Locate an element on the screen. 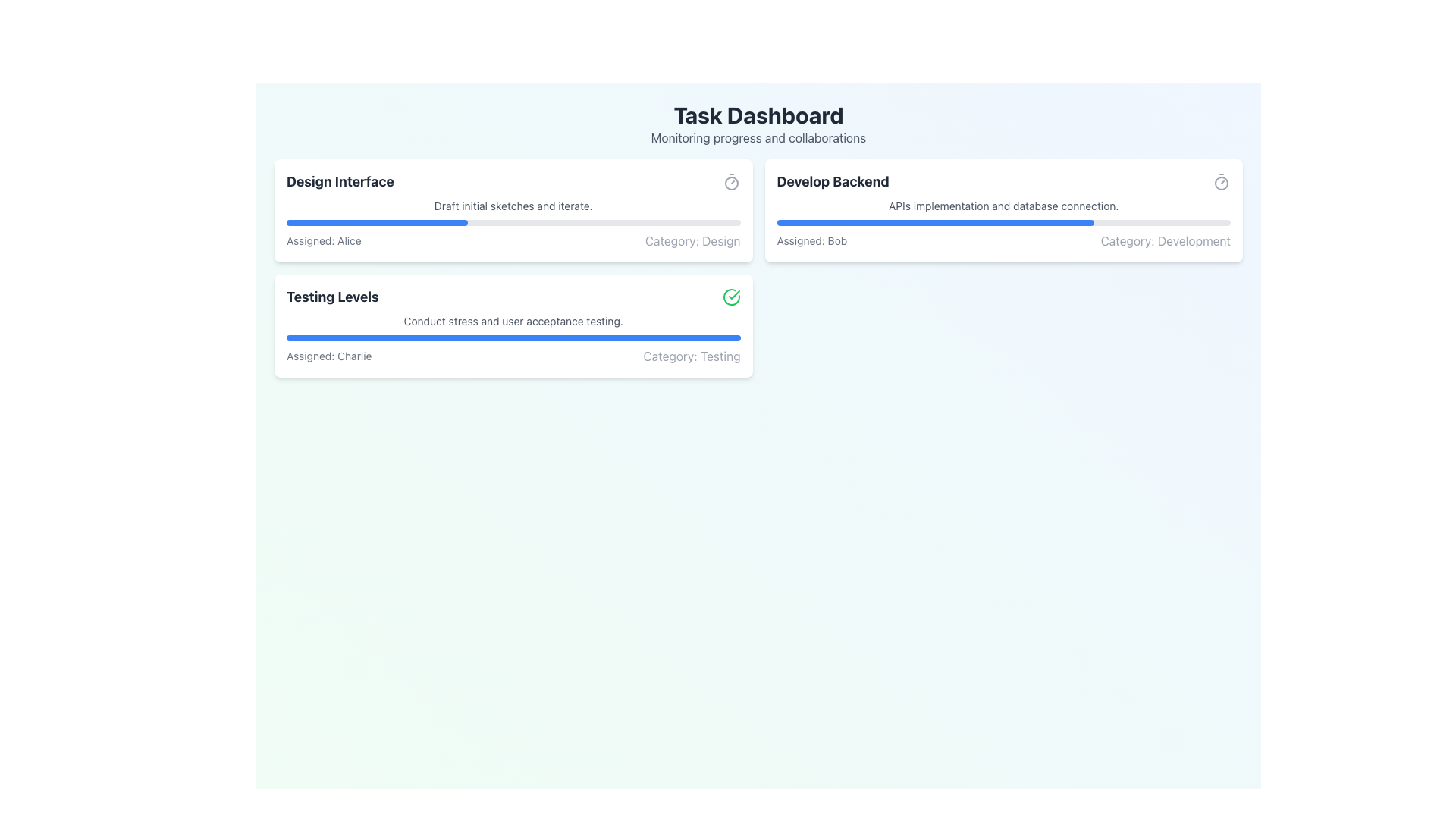 The height and width of the screenshot is (819, 1456). the progress bar value is located at coordinates (849, 222).